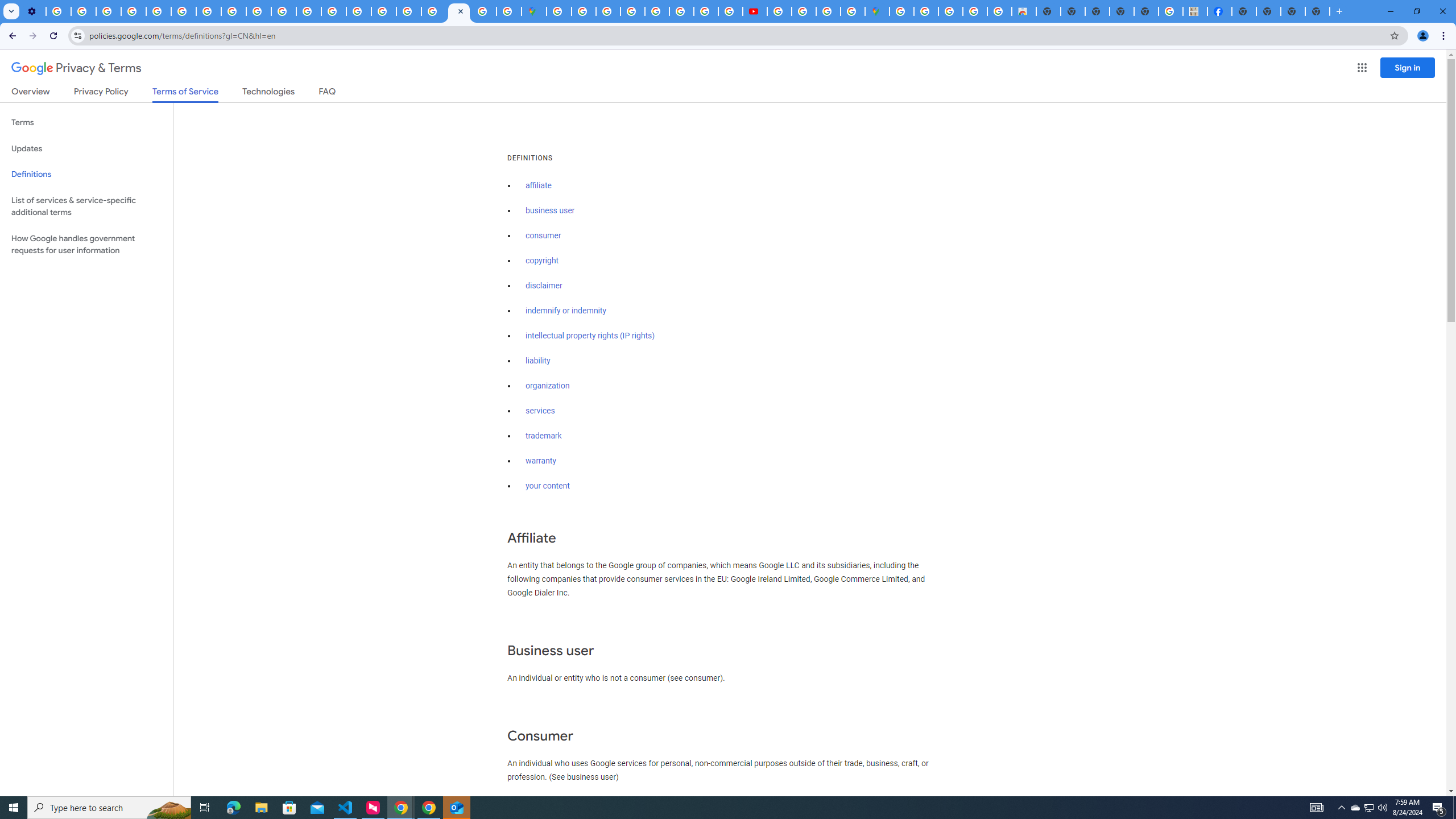 The height and width of the screenshot is (819, 1456). Describe the element at coordinates (565, 311) in the screenshot. I see `'indemnify or indemnity'` at that location.